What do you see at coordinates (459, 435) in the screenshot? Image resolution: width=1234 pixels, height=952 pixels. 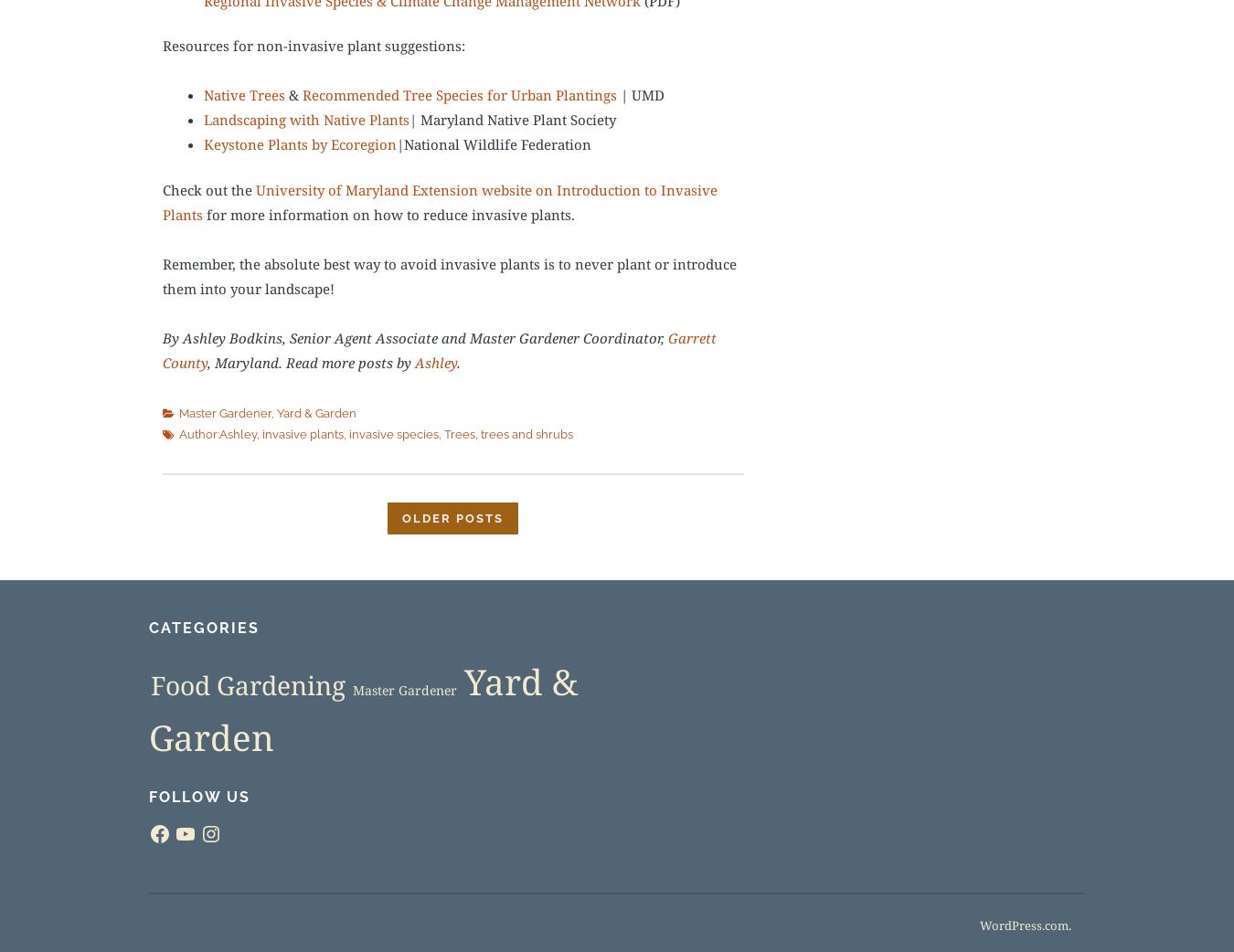 I see `'Trees'` at bounding box center [459, 435].